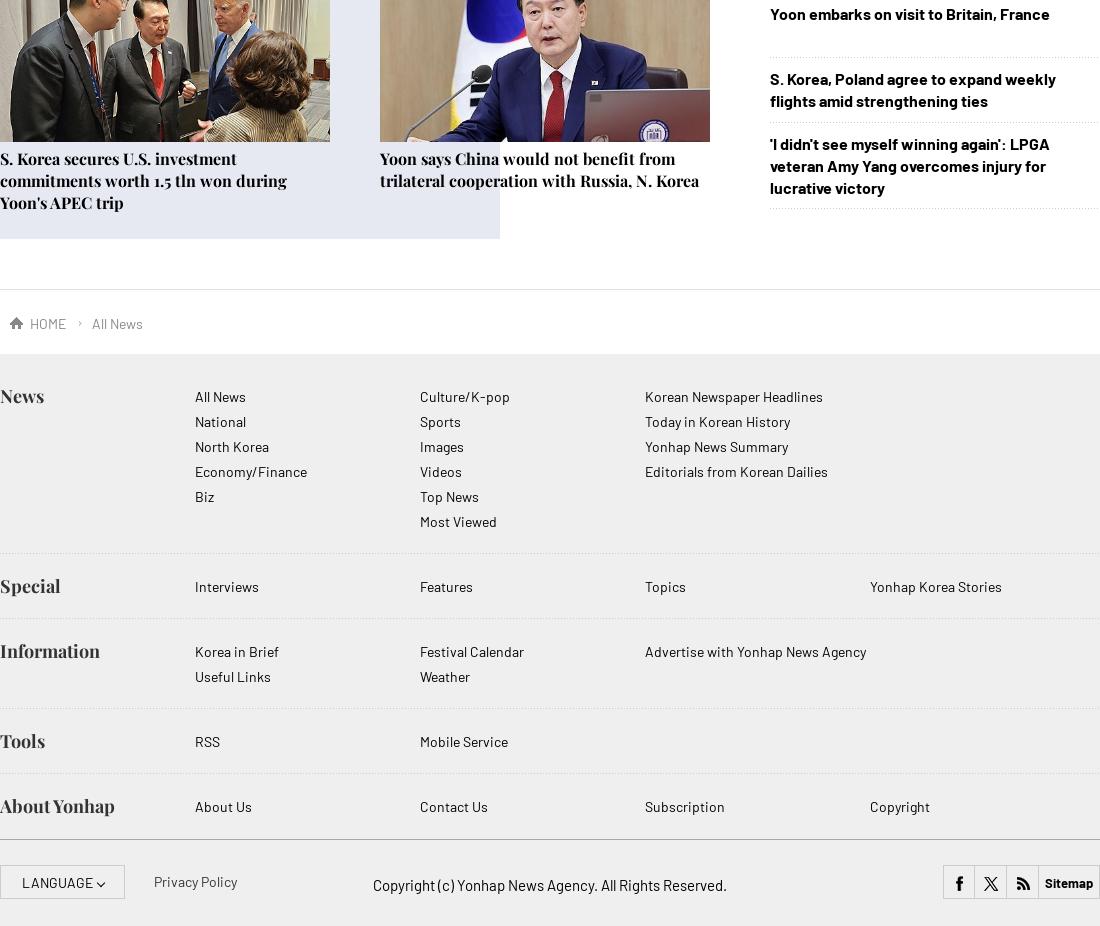 The height and width of the screenshot is (926, 1100). What do you see at coordinates (418, 446) in the screenshot?
I see `'Images'` at bounding box center [418, 446].